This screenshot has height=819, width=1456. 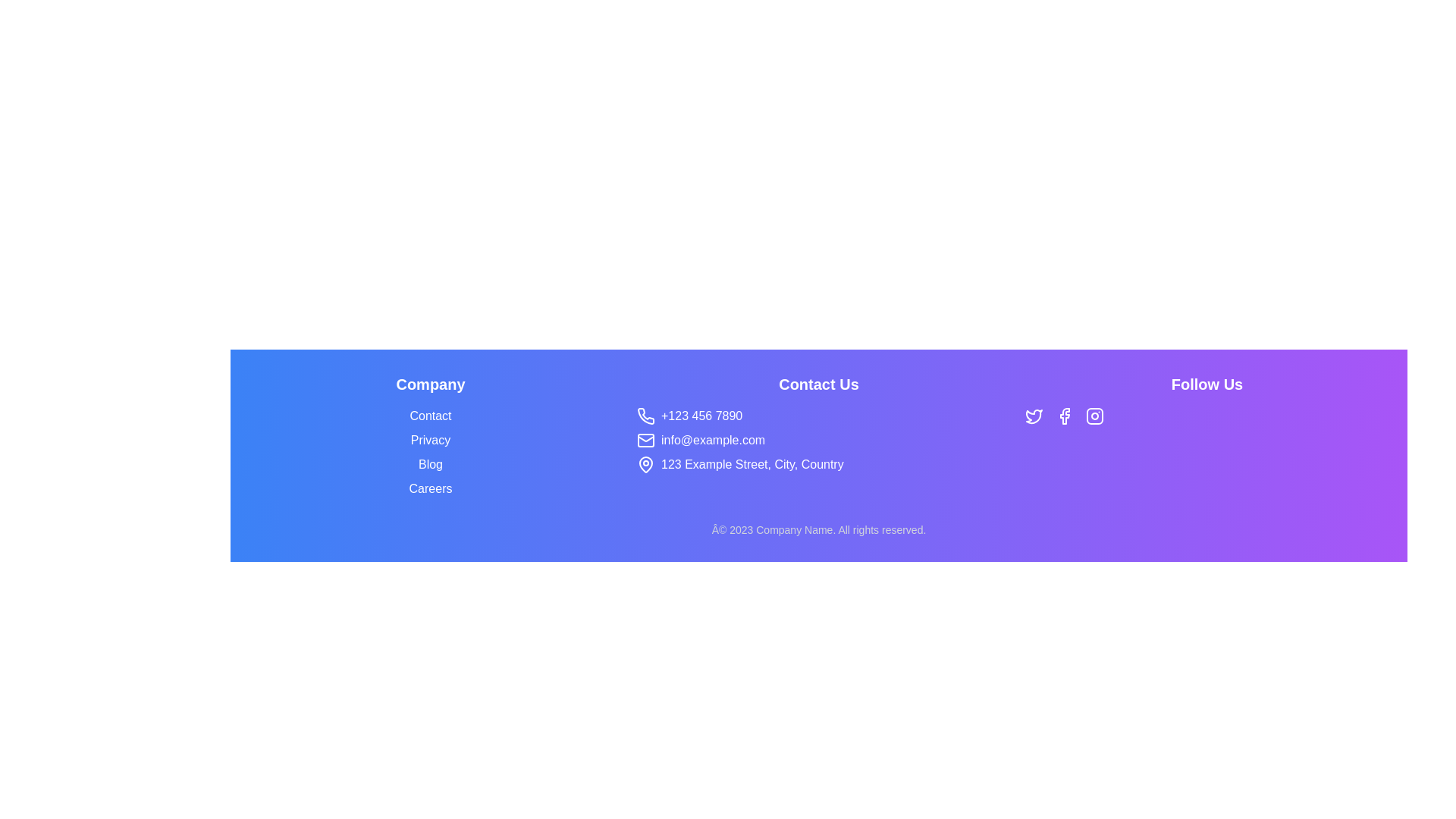 What do you see at coordinates (1033, 416) in the screenshot?
I see `the leftmost Twitter icon in the 'Follow Us' section of the footer` at bounding box center [1033, 416].